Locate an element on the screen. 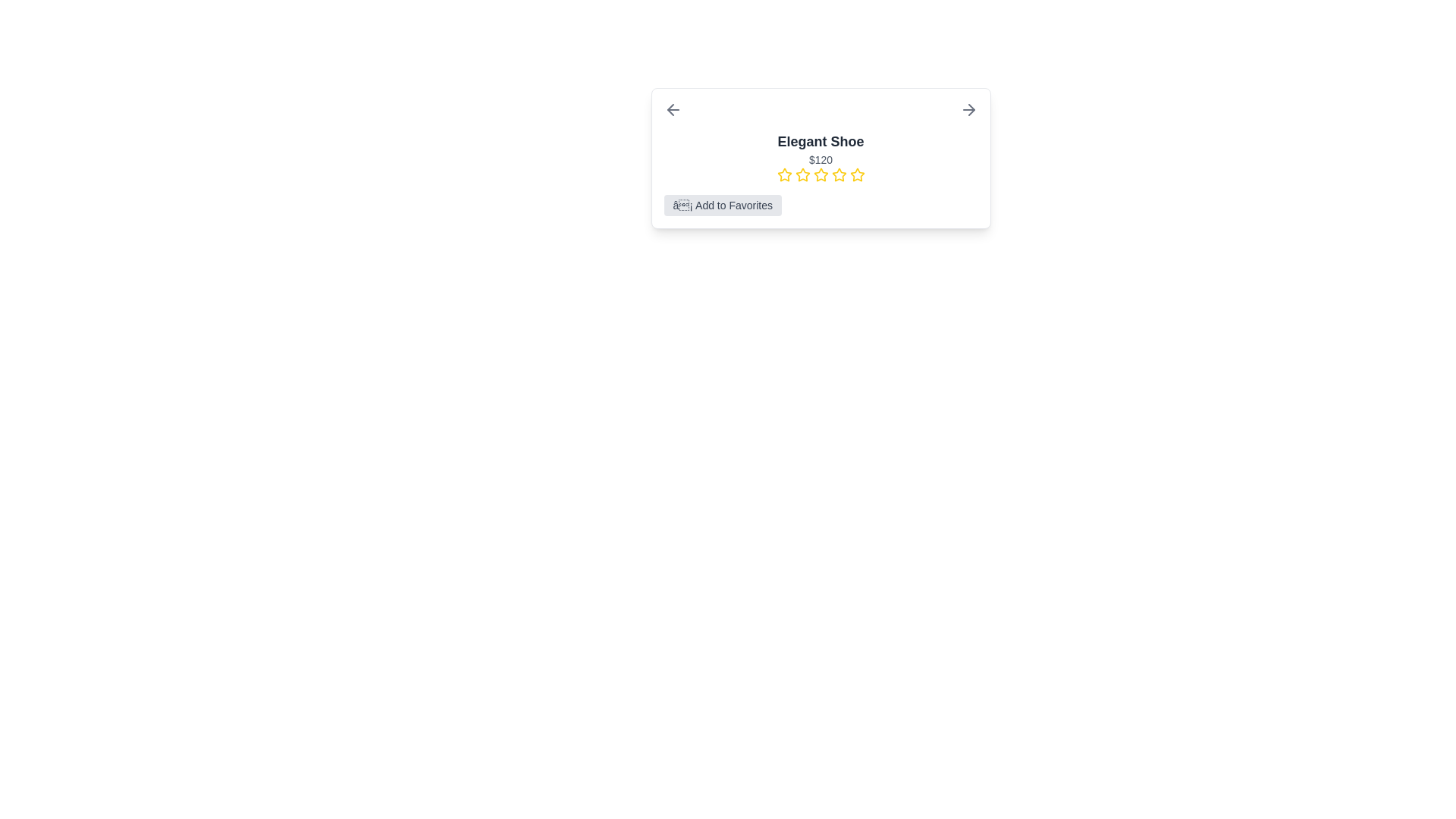  the rightwards pointing arrow icon located in the top-right corner of the card-like component to potentially display a tooltip is located at coordinates (971, 109).